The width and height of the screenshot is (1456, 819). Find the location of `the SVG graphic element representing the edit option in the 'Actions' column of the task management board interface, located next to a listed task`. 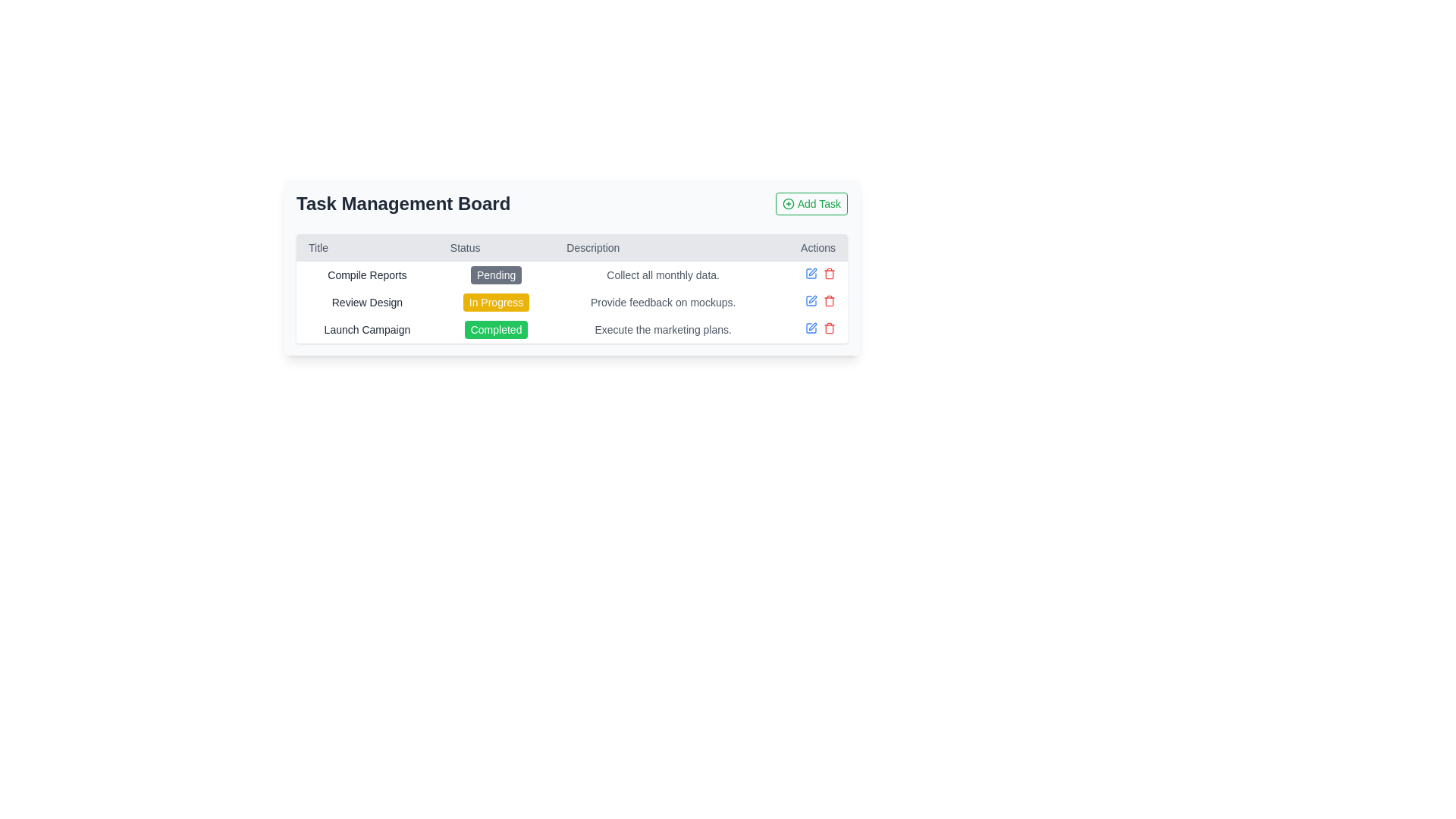

the SVG graphic element representing the edit option in the 'Actions' column of the task management board interface, located next to a listed task is located at coordinates (811, 301).